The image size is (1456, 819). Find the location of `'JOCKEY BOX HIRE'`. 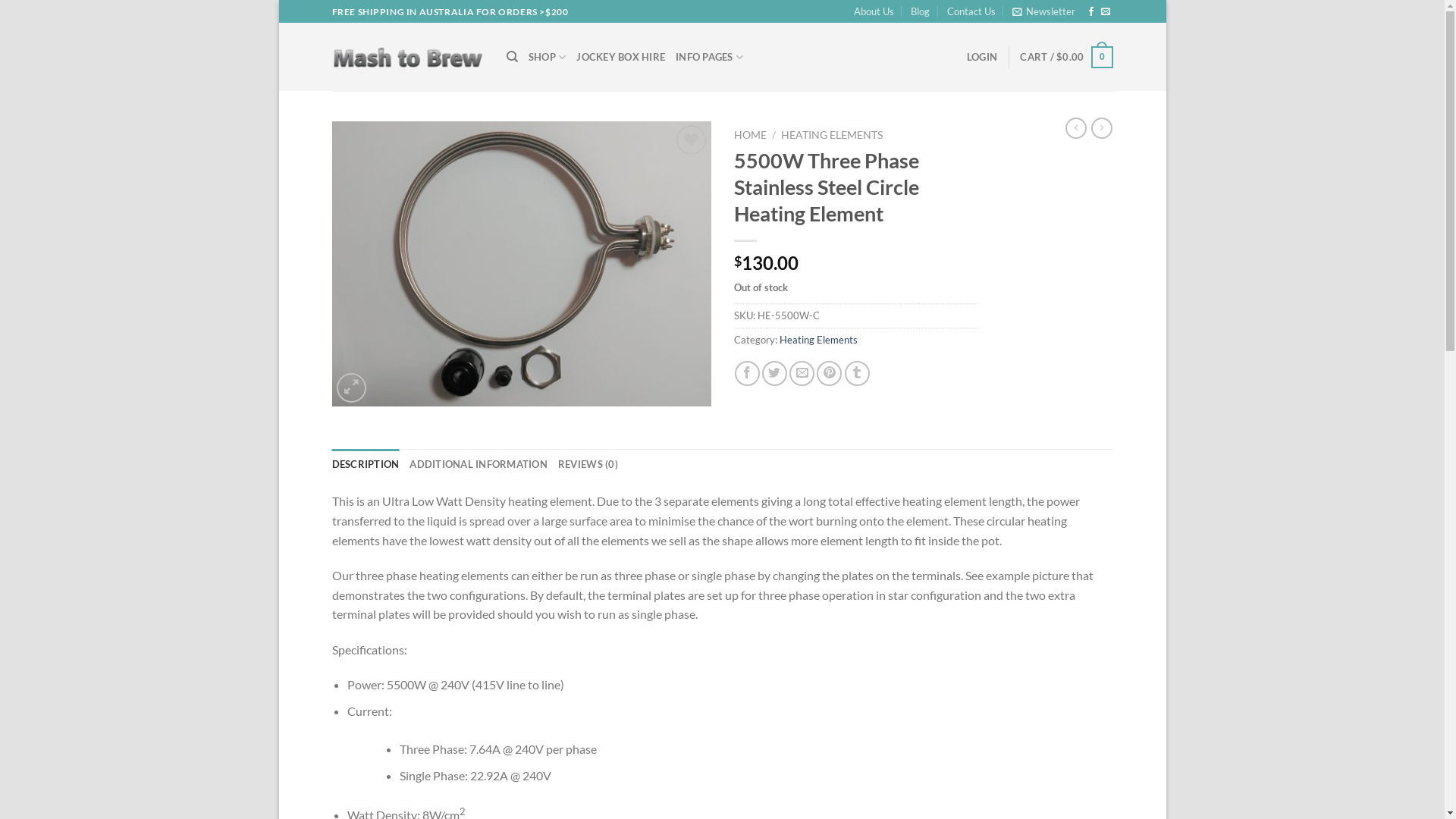

'JOCKEY BOX HIRE' is located at coordinates (620, 55).